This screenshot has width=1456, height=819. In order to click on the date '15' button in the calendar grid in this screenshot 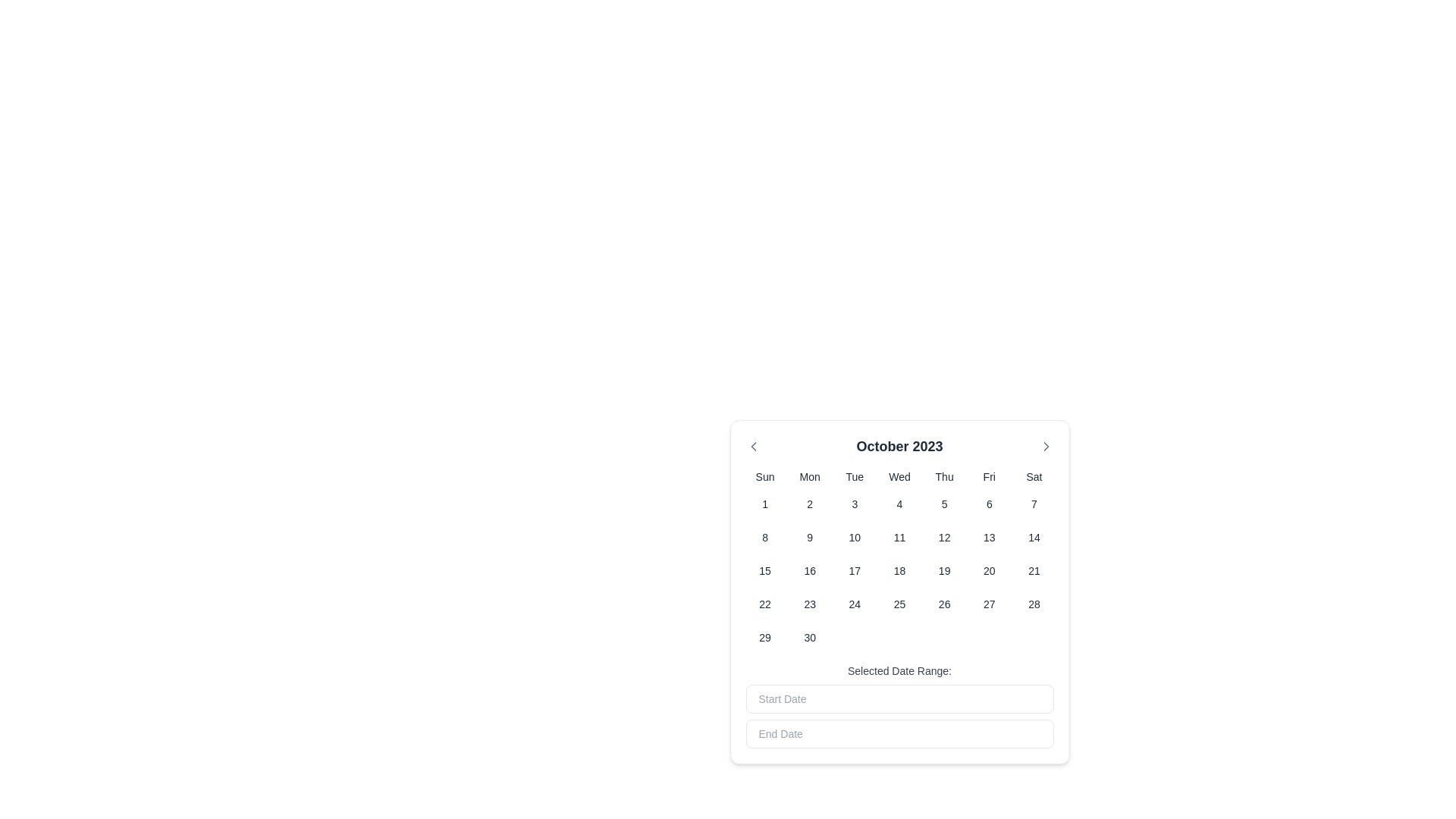, I will do `click(765, 570)`.